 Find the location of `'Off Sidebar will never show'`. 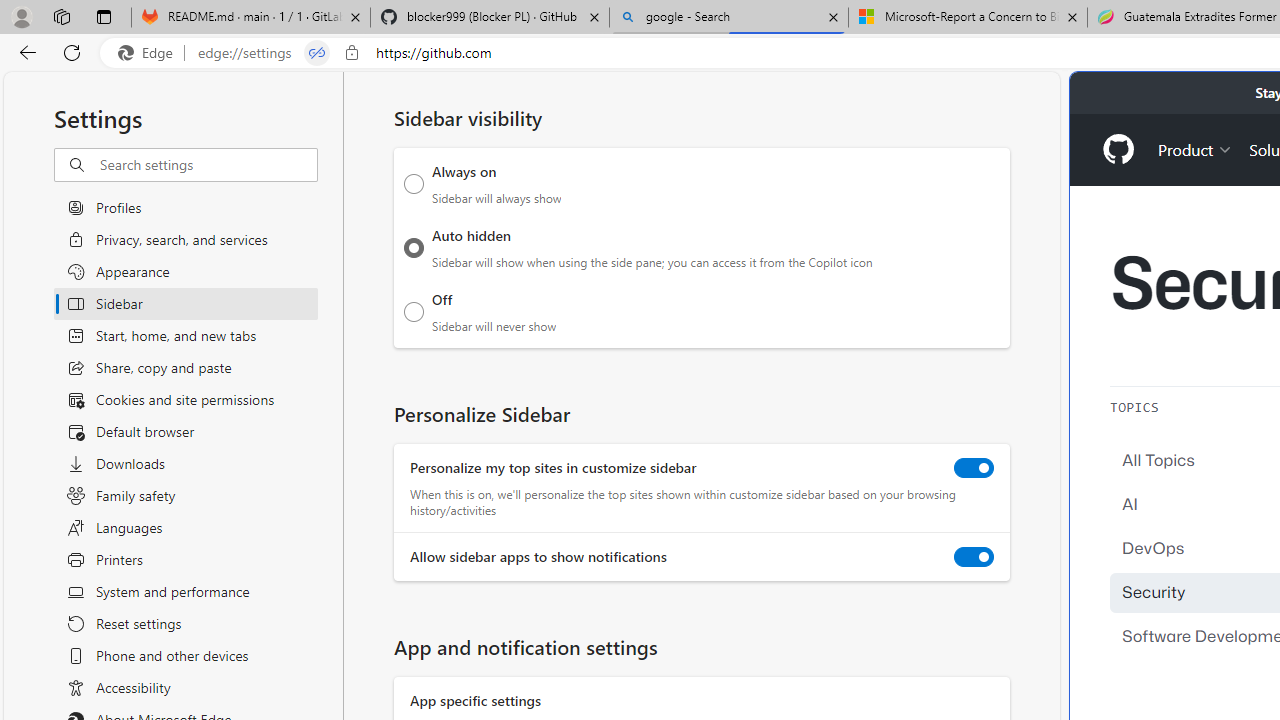

'Off Sidebar will never show' is located at coordinates (413, 311).